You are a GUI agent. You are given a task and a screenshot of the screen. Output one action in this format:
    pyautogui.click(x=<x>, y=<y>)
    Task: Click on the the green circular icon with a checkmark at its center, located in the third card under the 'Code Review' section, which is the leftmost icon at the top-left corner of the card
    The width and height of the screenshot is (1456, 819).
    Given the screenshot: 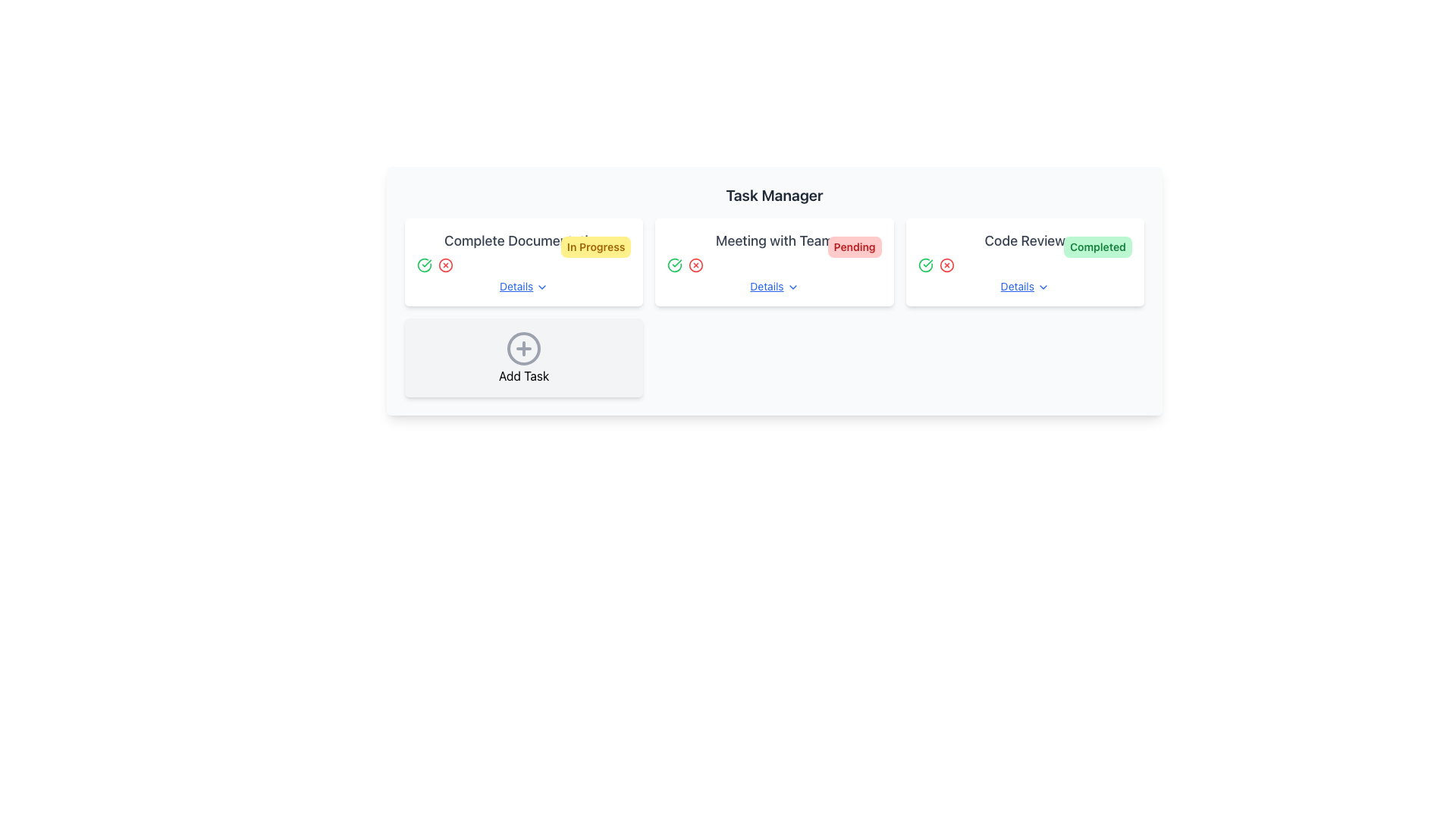 What is the action you would take?
    pyautogui.click(x=924, y=265)
    